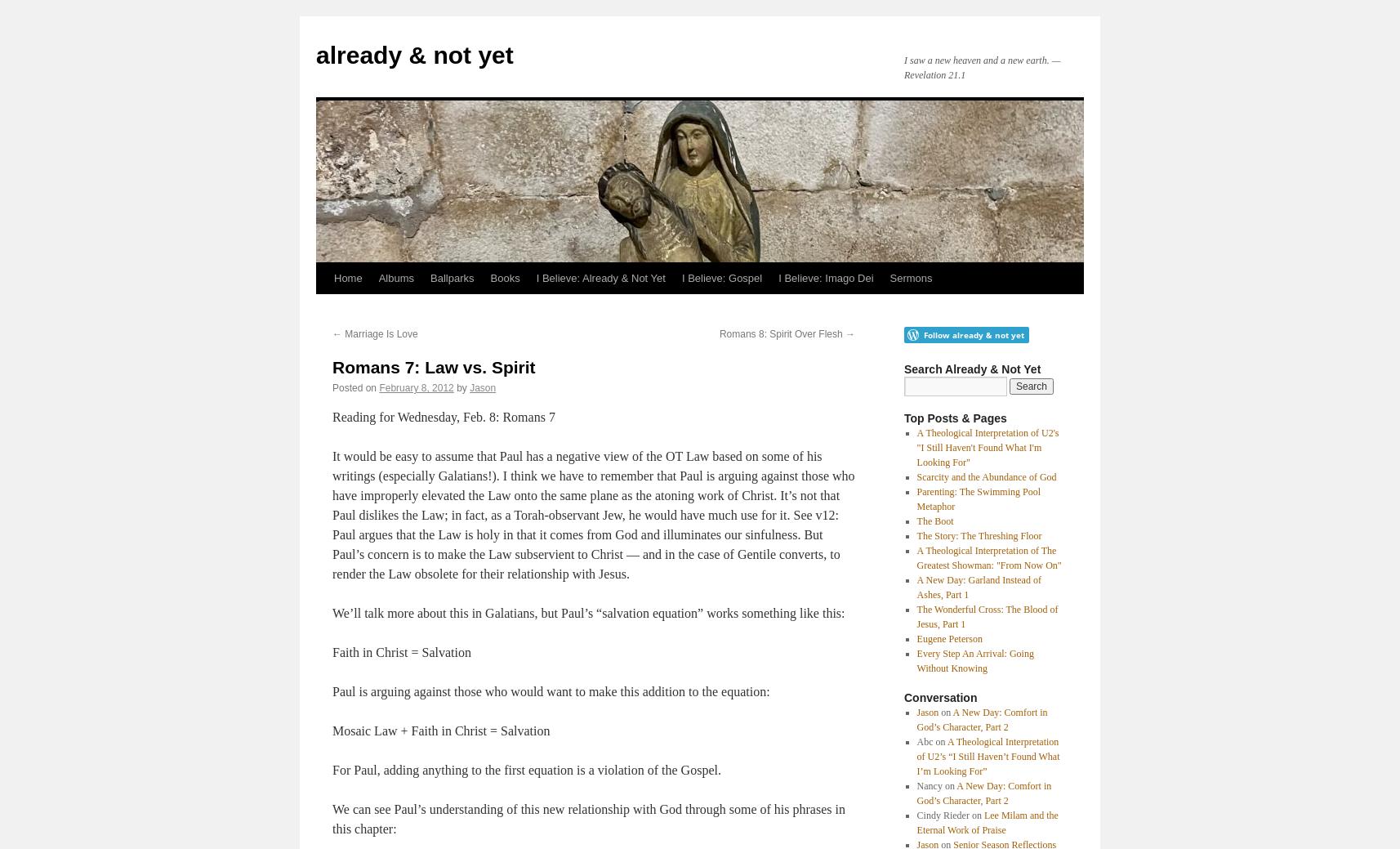 The height and width of the screenshot is (849, 1400). Describe the element at coordinates (986, 822) in the screenshot. I see `'Lee Milam and the Eternal Work of Praise'` at that location.